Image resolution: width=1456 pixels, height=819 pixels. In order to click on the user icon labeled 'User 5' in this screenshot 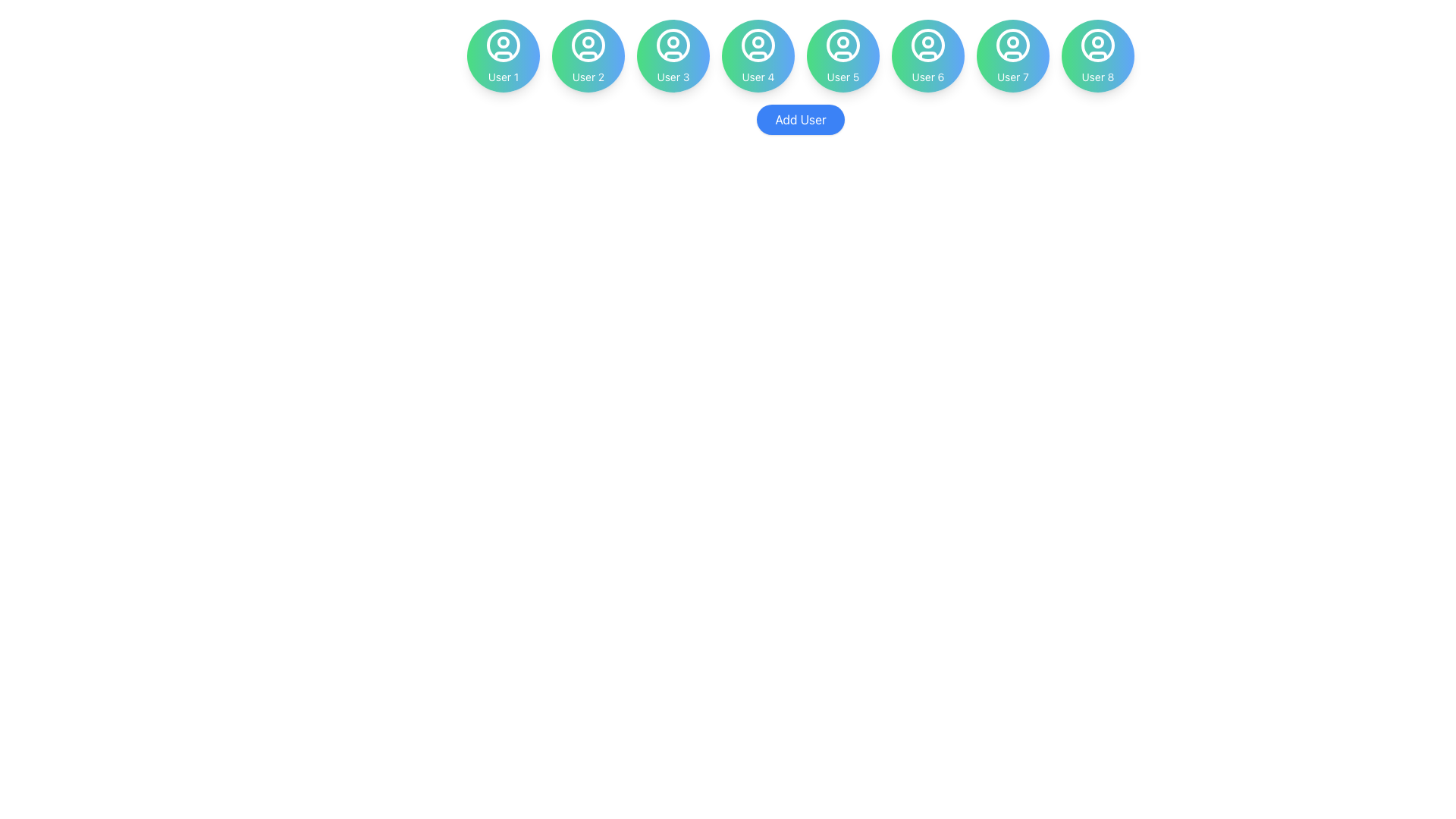, I will do `click(843, 45)`.